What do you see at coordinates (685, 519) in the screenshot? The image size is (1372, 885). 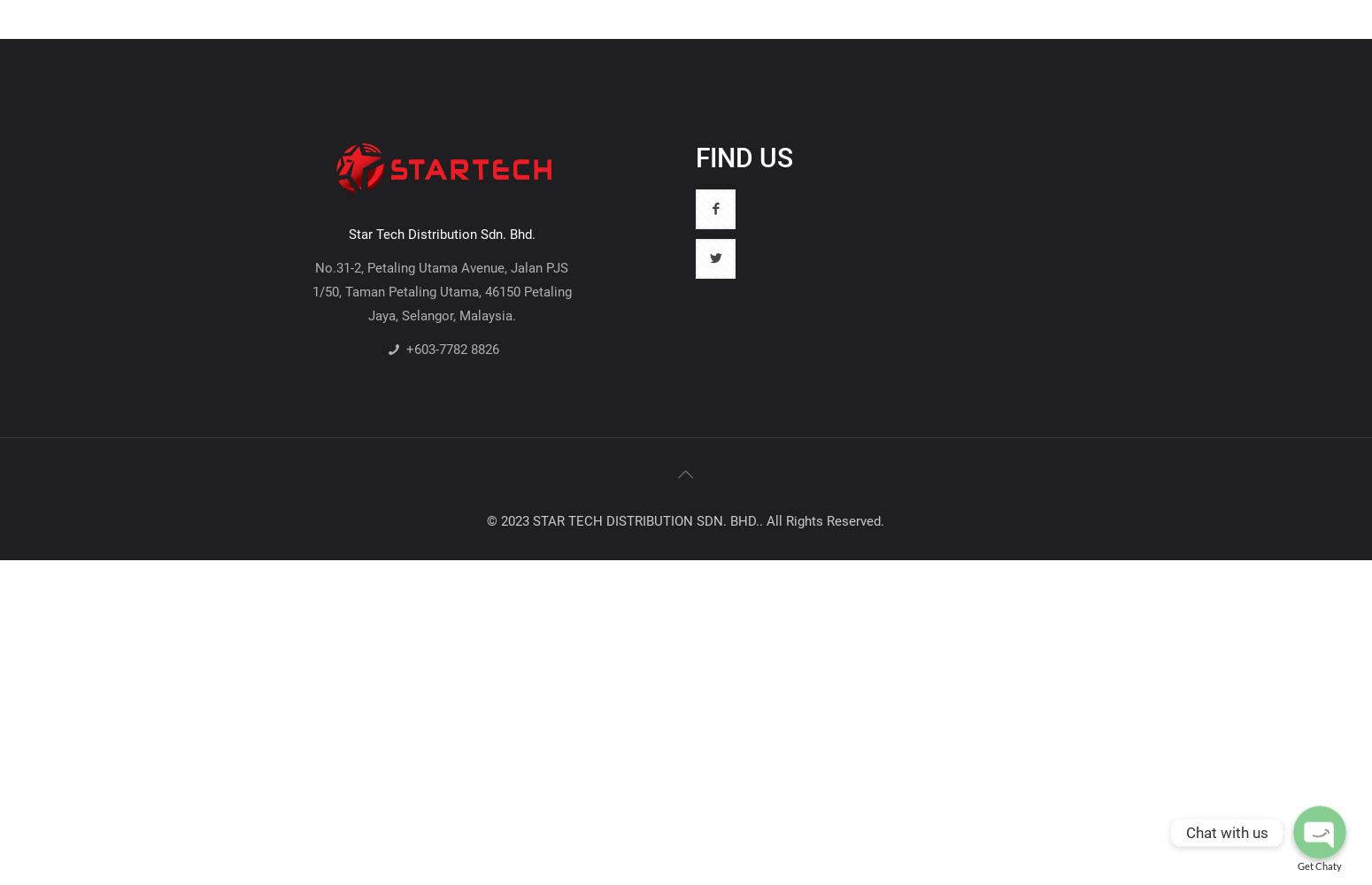 I see `'© 2023 STAR TECH DISTRIBUTION SDN. BHD.. All Rights Reserved.'` at bounding box center [685, 519].